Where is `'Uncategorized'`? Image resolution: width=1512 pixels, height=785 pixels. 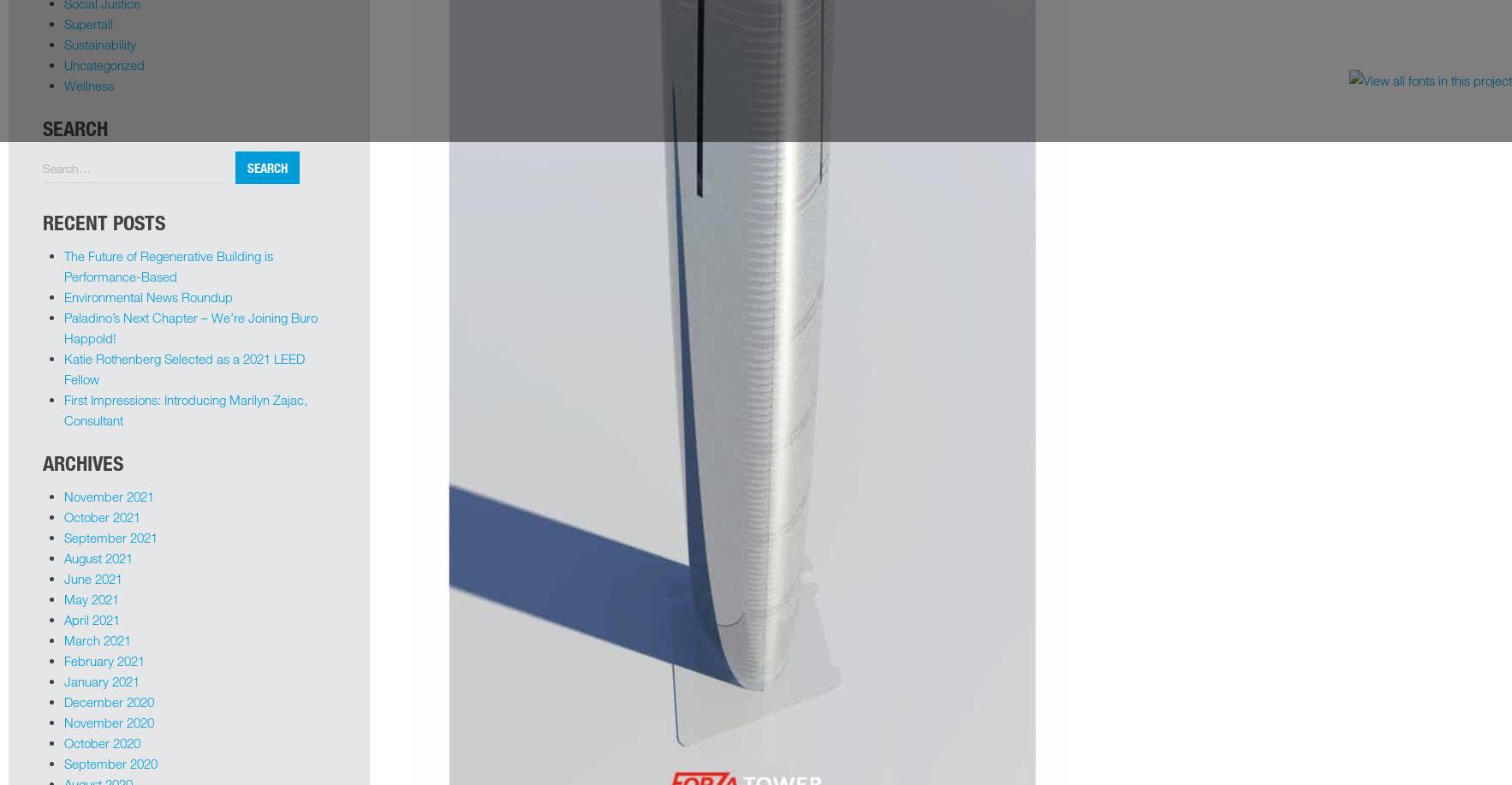
'Uncategorized' is located at coordinates (104, 64).